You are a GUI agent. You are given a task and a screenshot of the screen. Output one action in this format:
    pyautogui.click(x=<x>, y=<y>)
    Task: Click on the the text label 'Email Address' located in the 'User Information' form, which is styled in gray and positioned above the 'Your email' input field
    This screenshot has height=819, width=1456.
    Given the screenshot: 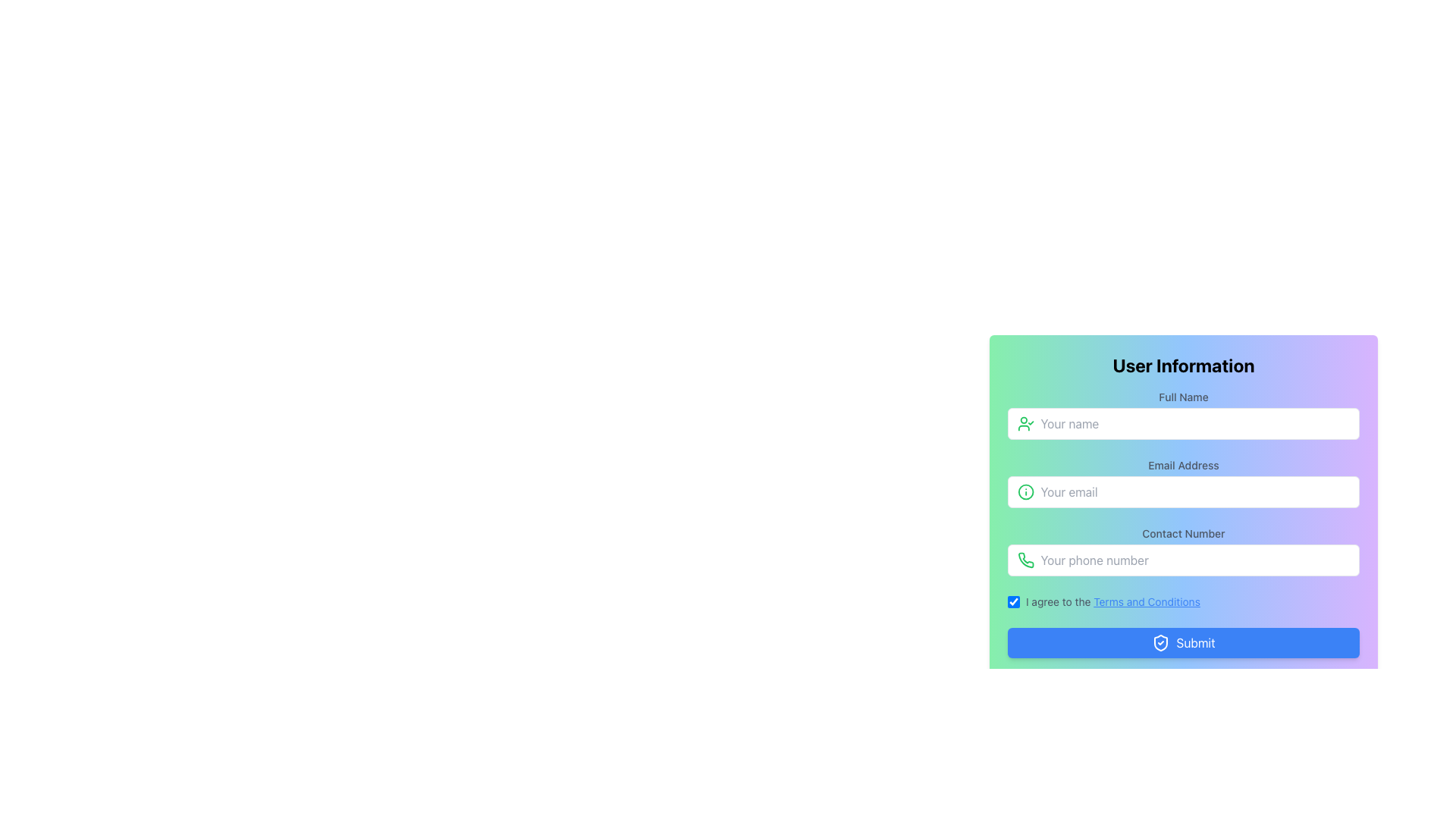 What is the action you would take?
    pyautogui.click(x=1182, y=464)
    